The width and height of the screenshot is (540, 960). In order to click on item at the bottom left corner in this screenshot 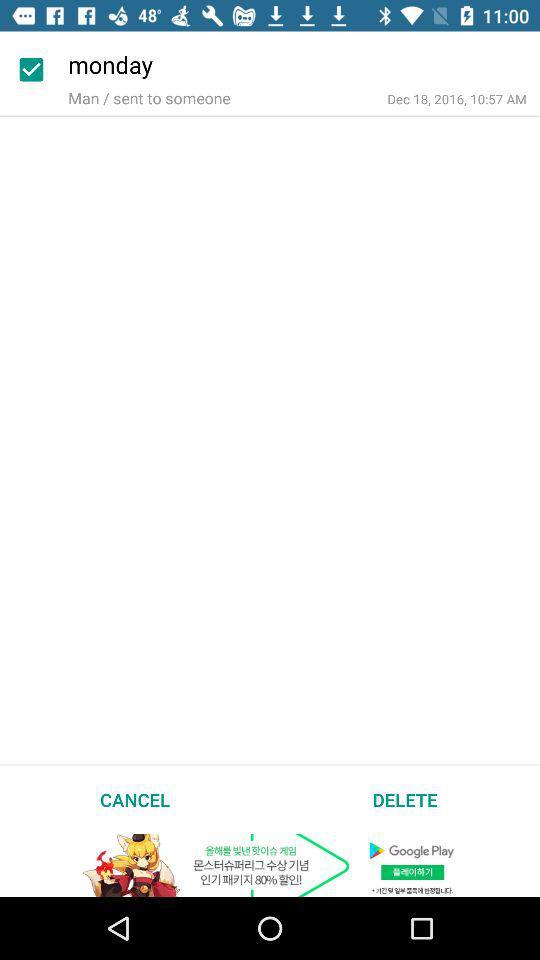, I will do `click(135, 799)`.